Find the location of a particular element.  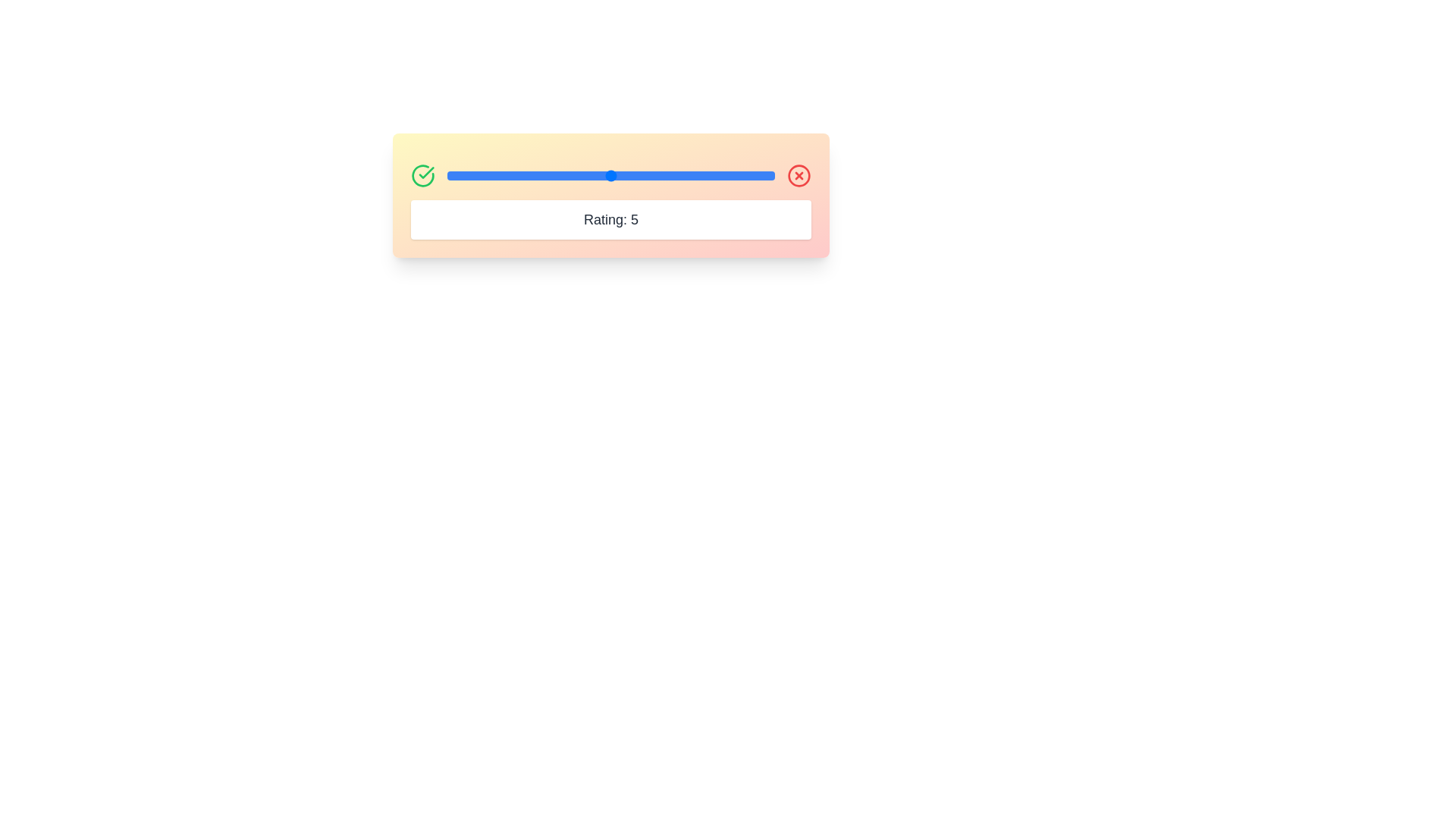

the text display label that shows 'Rating: 5', which is centrally aligned in a white background panel beneath a slider element is located at coordinates (611, 219).